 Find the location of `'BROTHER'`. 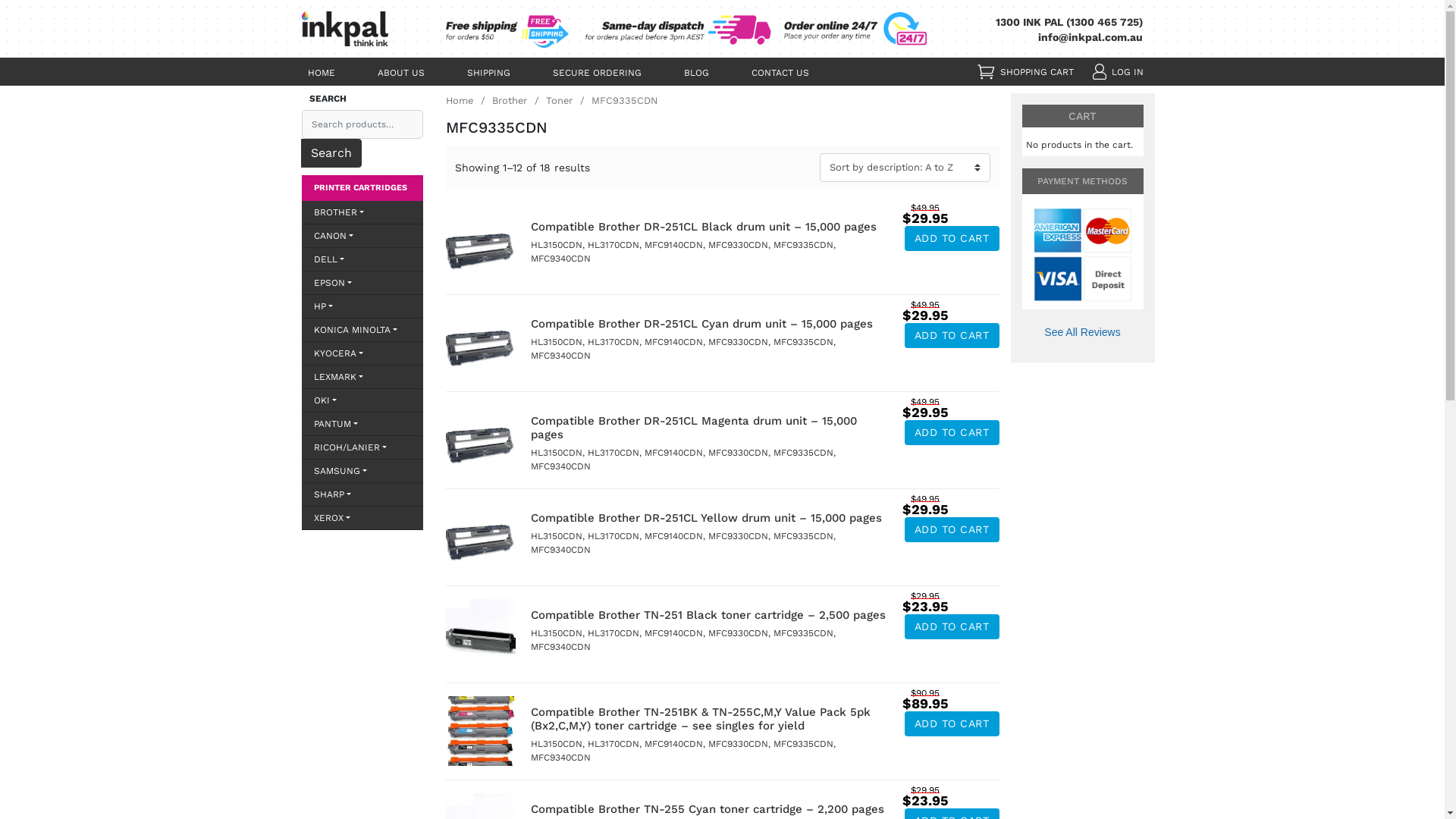

'BROTHER' is located at coordinates (302, 212).